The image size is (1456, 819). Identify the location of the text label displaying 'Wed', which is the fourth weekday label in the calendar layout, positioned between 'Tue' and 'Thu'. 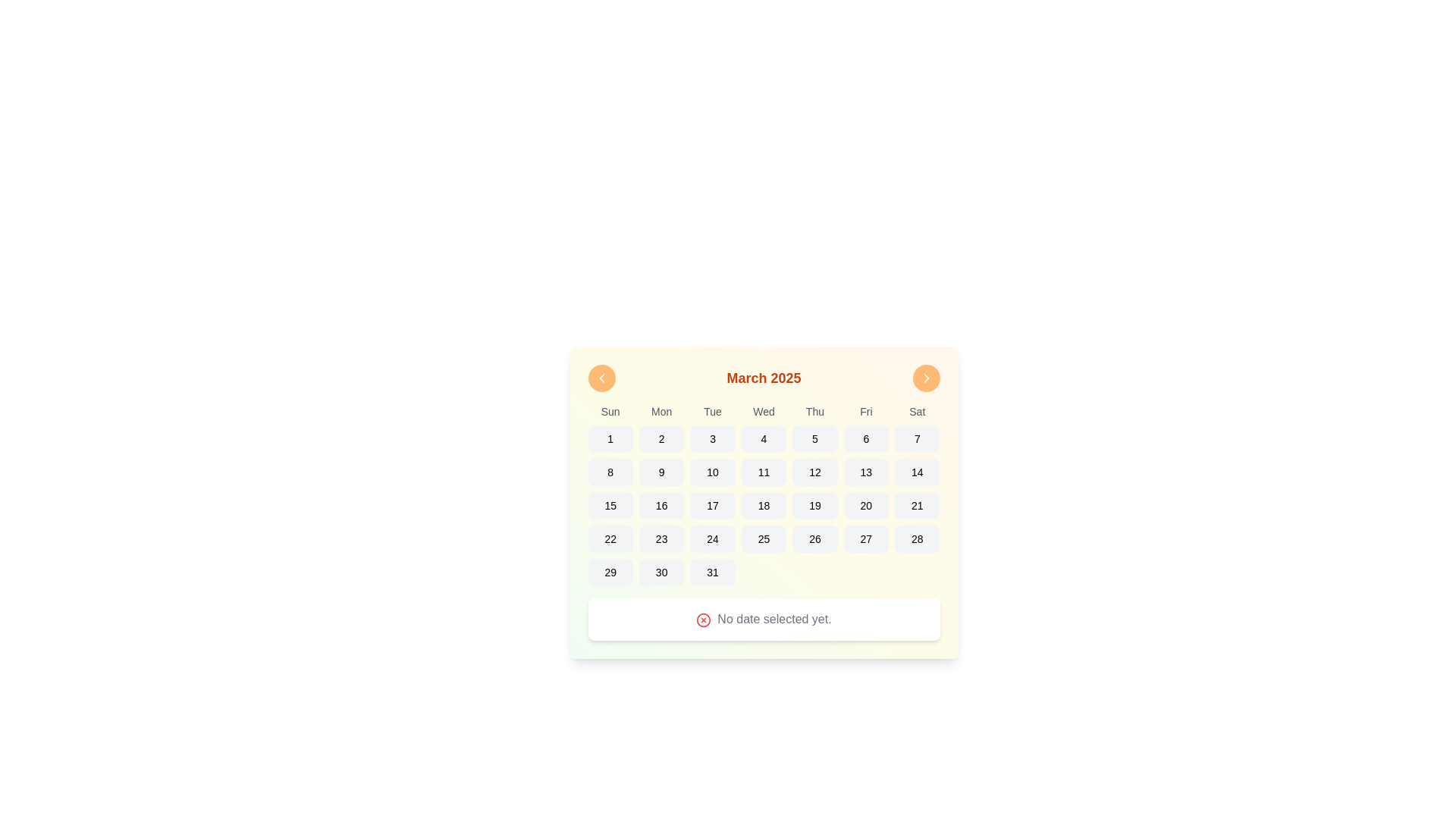
(764, 412).